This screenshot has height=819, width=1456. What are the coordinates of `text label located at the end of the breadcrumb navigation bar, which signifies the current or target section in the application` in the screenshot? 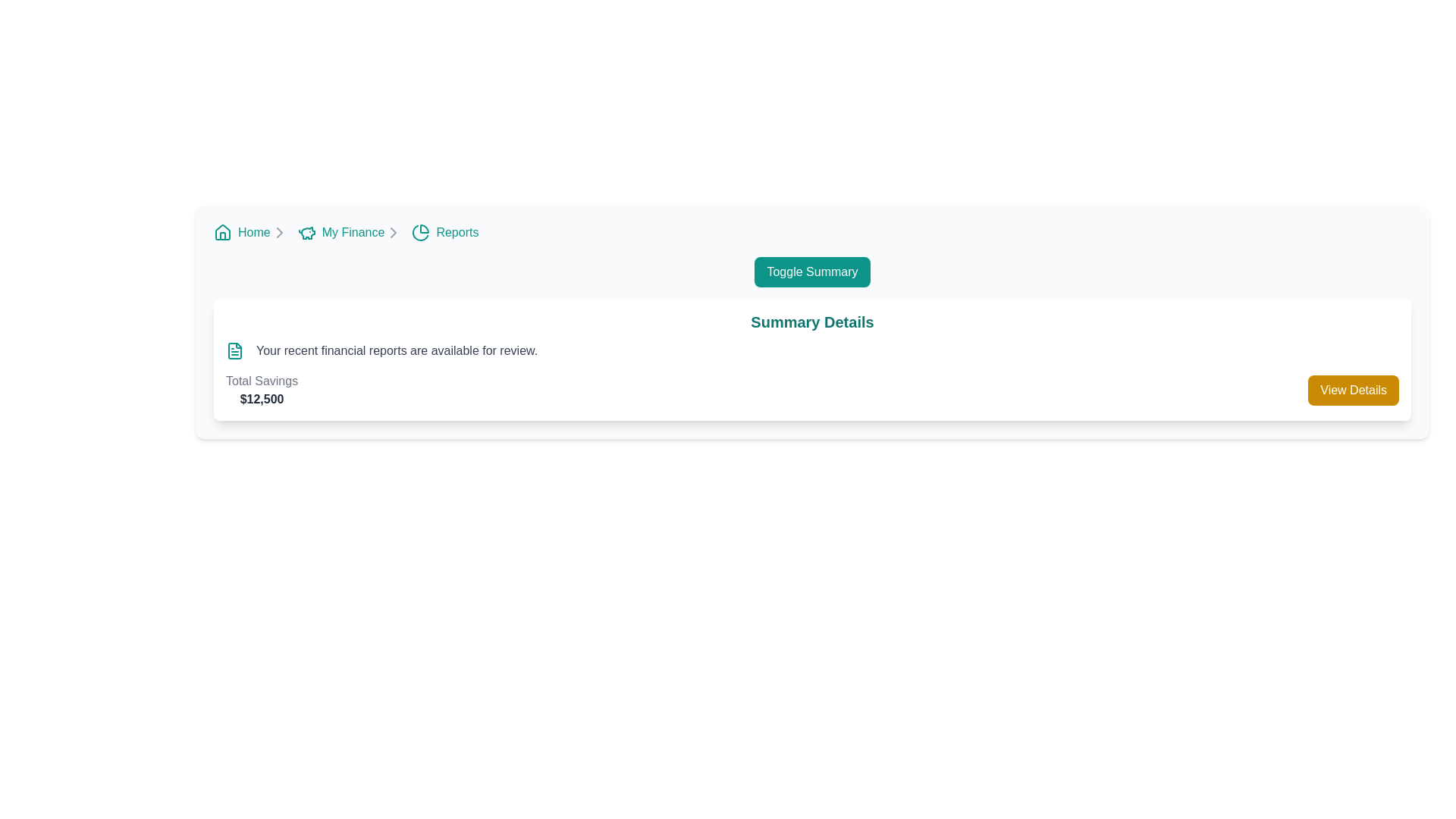 It's located at (457, 233).